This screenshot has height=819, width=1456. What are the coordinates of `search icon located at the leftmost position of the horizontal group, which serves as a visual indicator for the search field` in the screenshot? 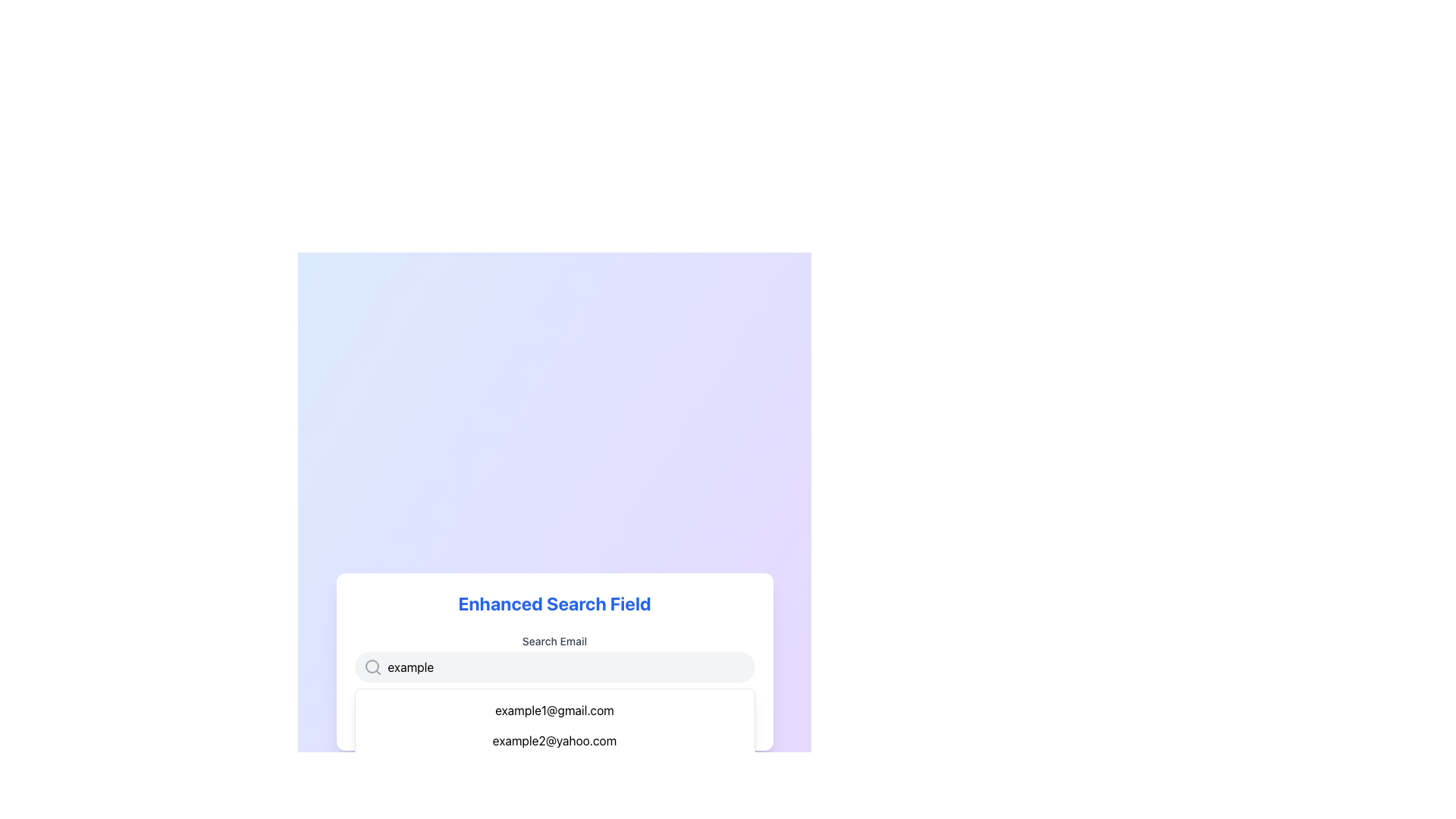 It's located at (372, 667).